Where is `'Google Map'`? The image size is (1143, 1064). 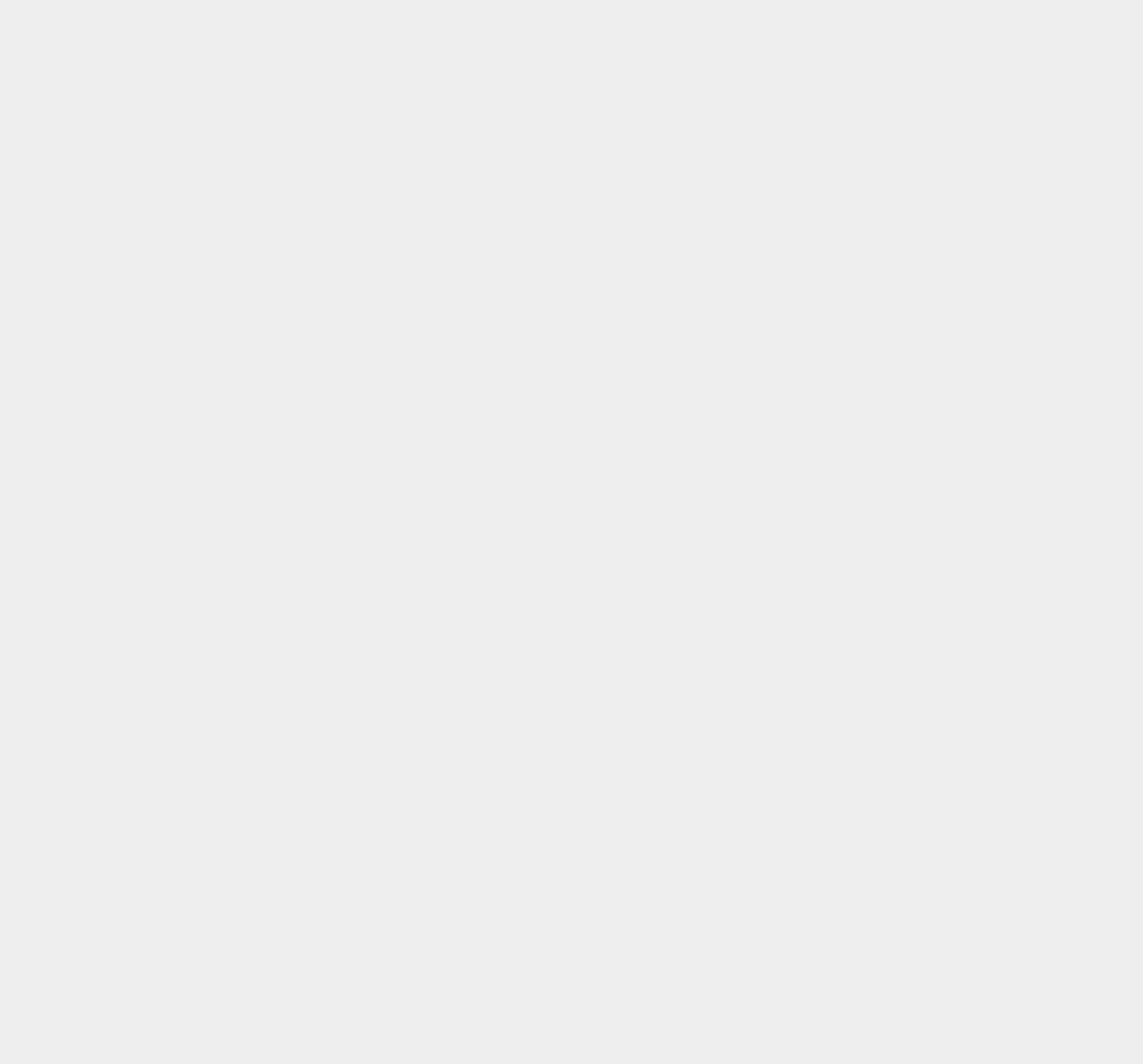
'Google Map' is located at coordinates (844, 16).